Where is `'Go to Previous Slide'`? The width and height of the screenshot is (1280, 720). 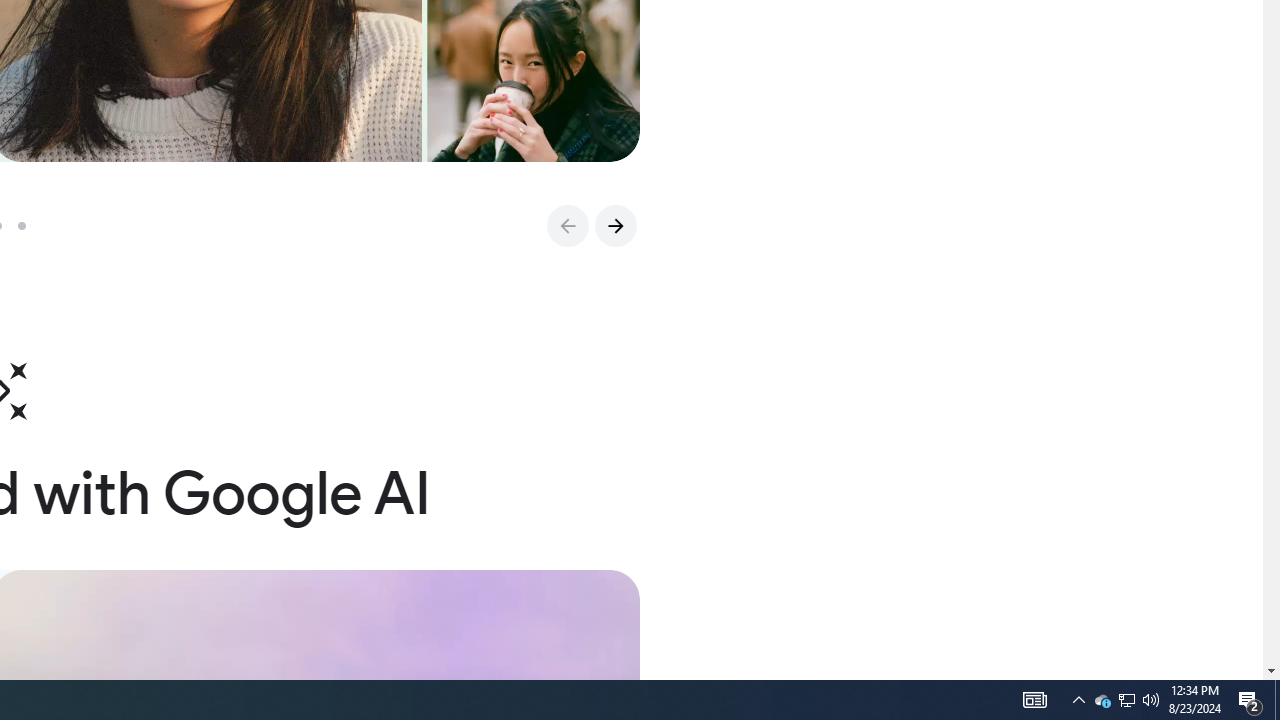
'Go to Previous Slide' is located at coordinates (566, 225).